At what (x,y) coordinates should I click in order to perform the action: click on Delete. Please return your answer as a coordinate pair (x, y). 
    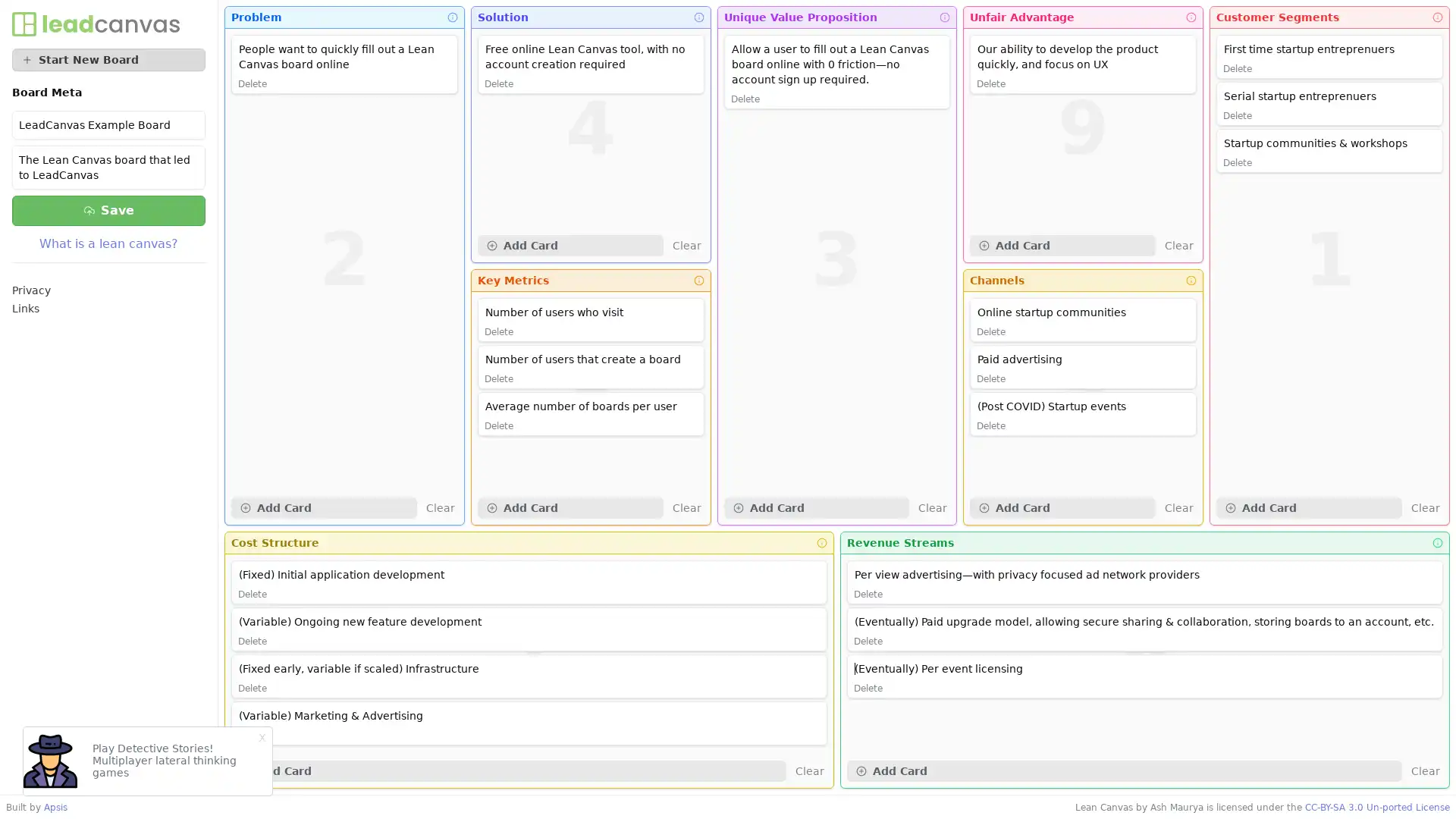
    Looking at the image, I should click on (252, 734).